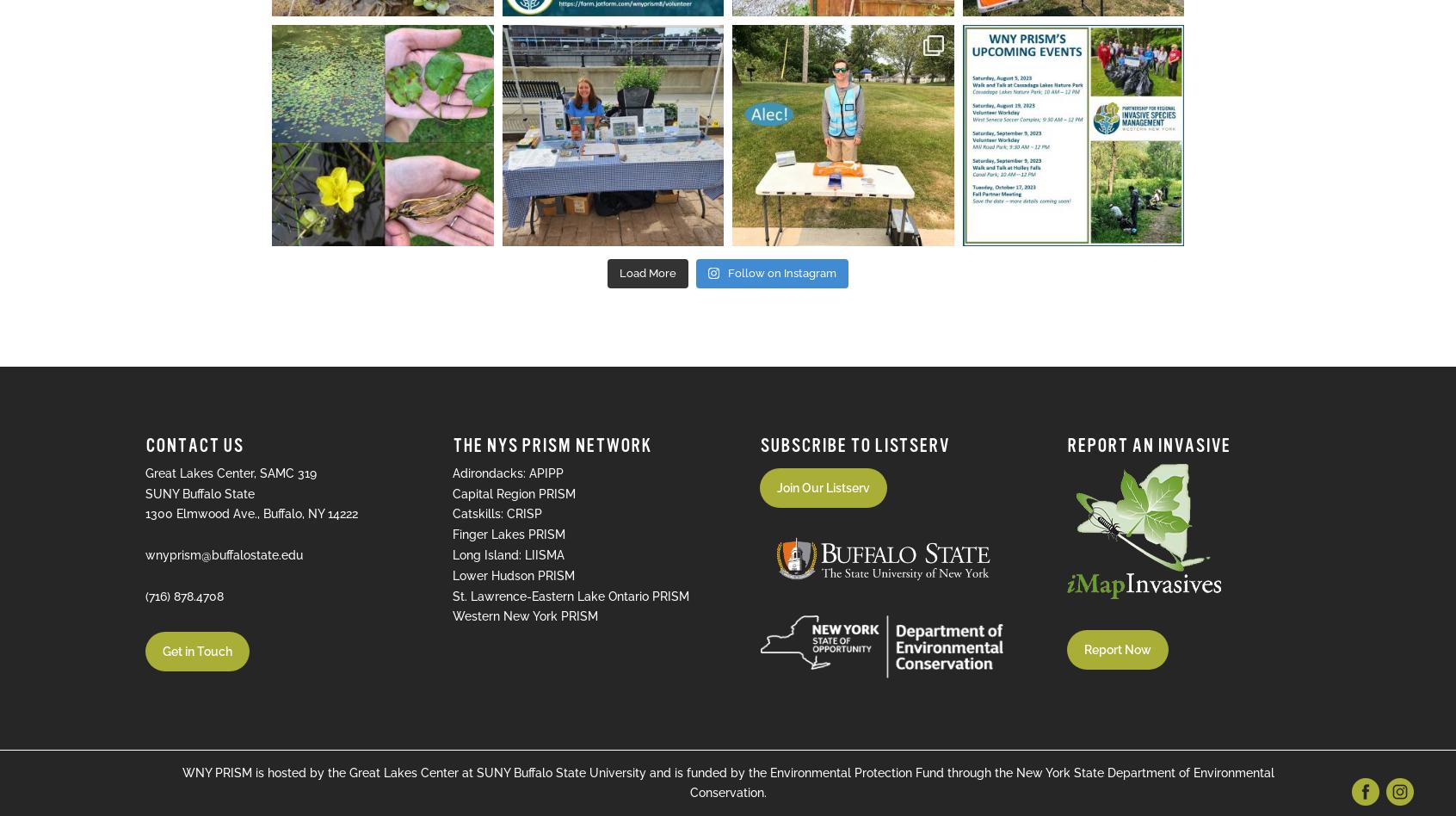 The width and height of the screenshot is (1456, 816). I want to click on 'SUNY Buffalo State', so click(200, 492).